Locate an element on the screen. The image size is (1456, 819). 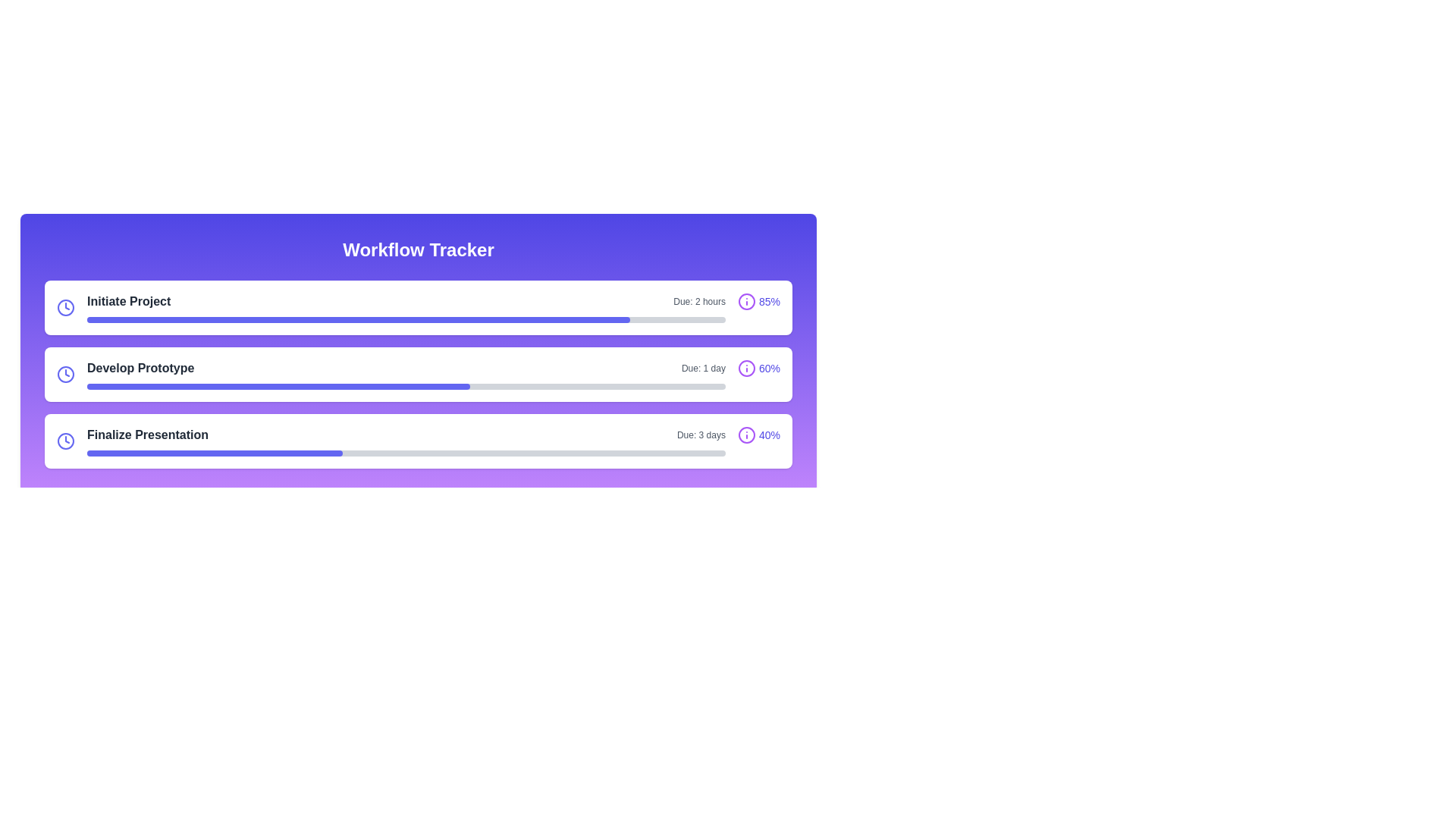
the clock icon indicating the time-related aspect of the task 'Finalize Presentation', located in the bottom-most row of the workflow tracker layout, adjacent to the task title is located at coordinates (64, 441).